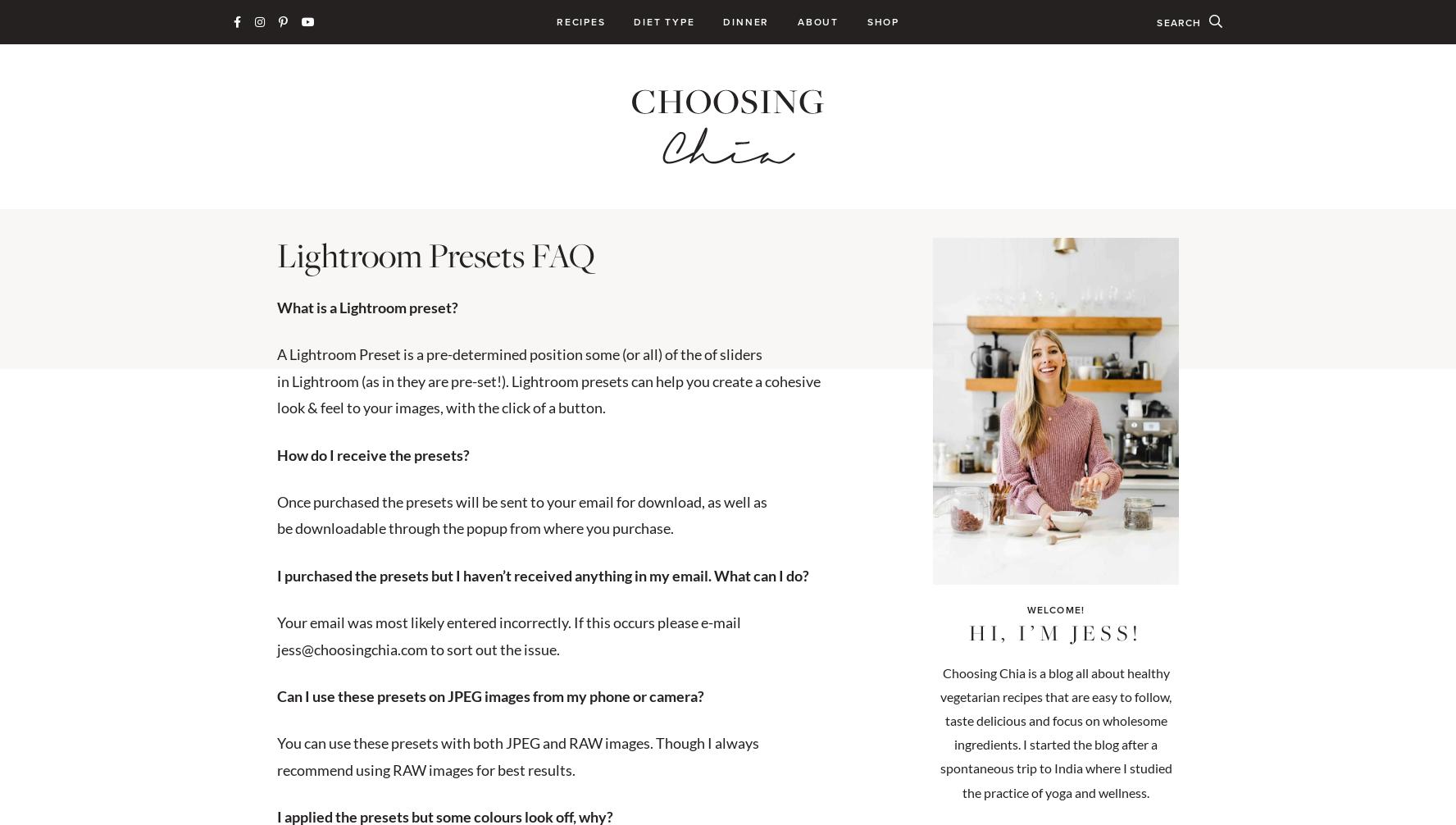 This screenshot has height=825, width=1456. I want to click on 'Dinner', so click(745, 21).